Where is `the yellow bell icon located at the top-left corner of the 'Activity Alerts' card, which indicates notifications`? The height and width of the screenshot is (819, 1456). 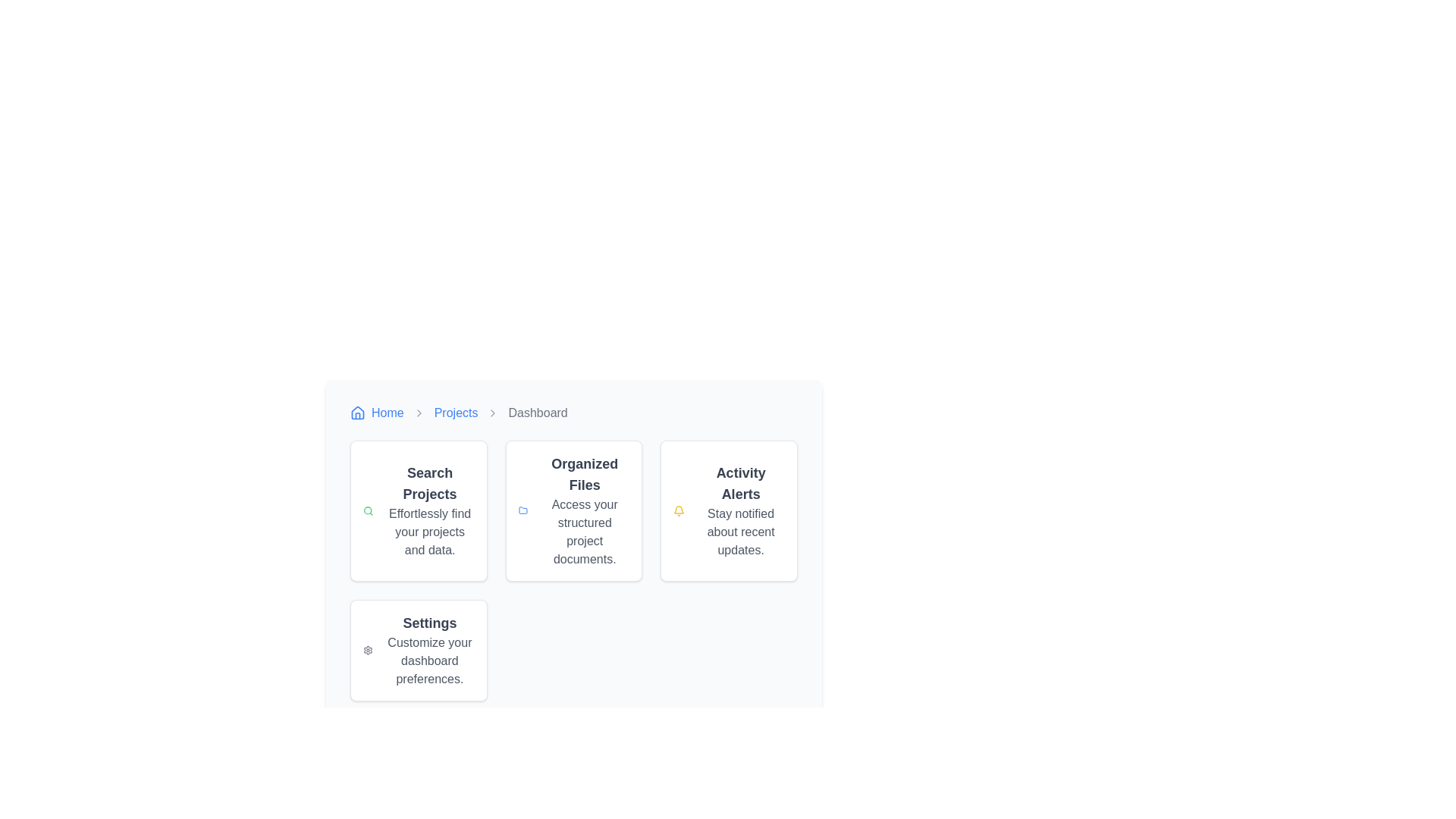
the yellow bell icon located at the top-left corner of the 'Activity Alerts' card, which indicates notifications is located at coordinates (678, 511).